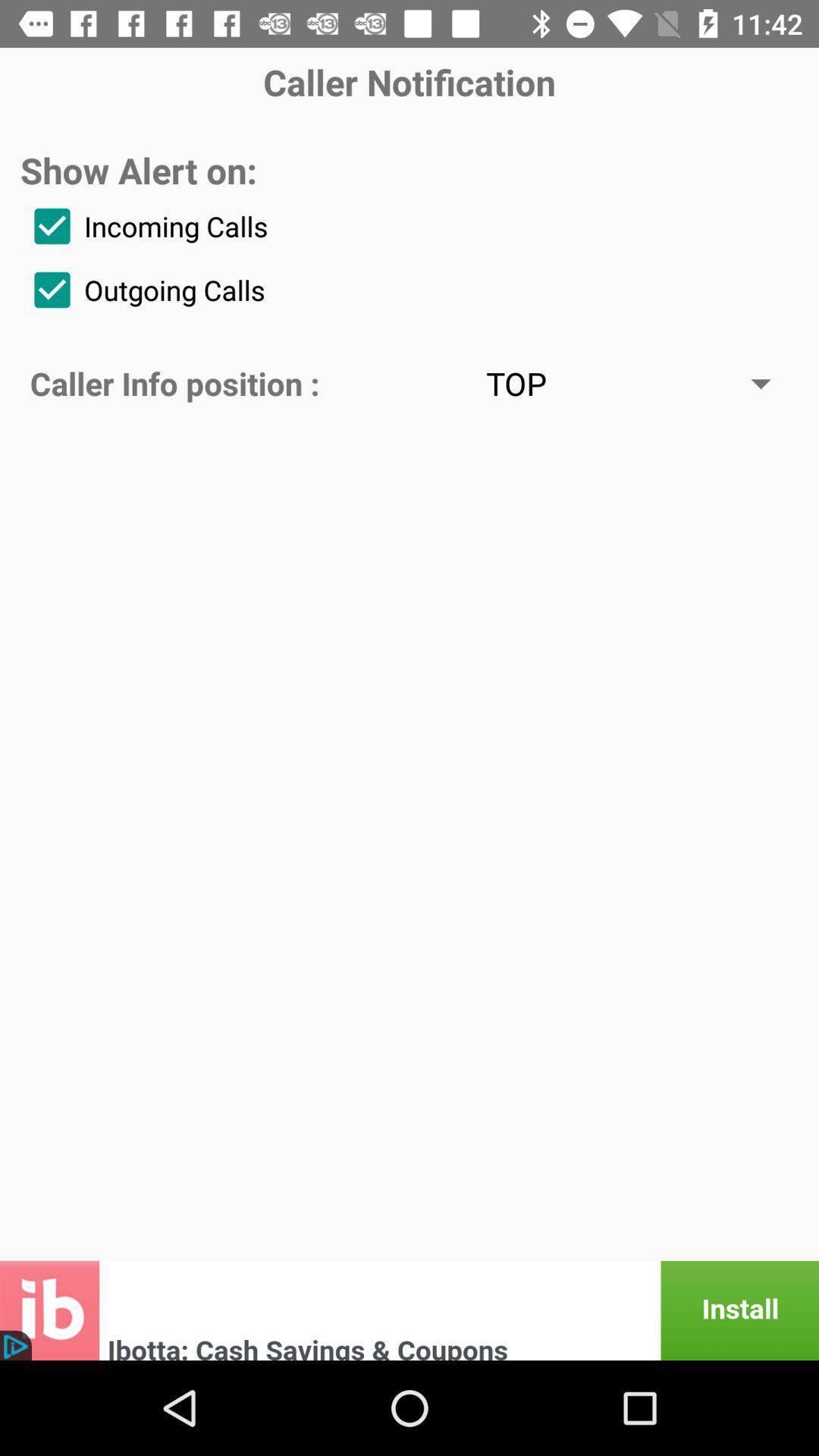  I want to click on install option, so click(409, 1310).